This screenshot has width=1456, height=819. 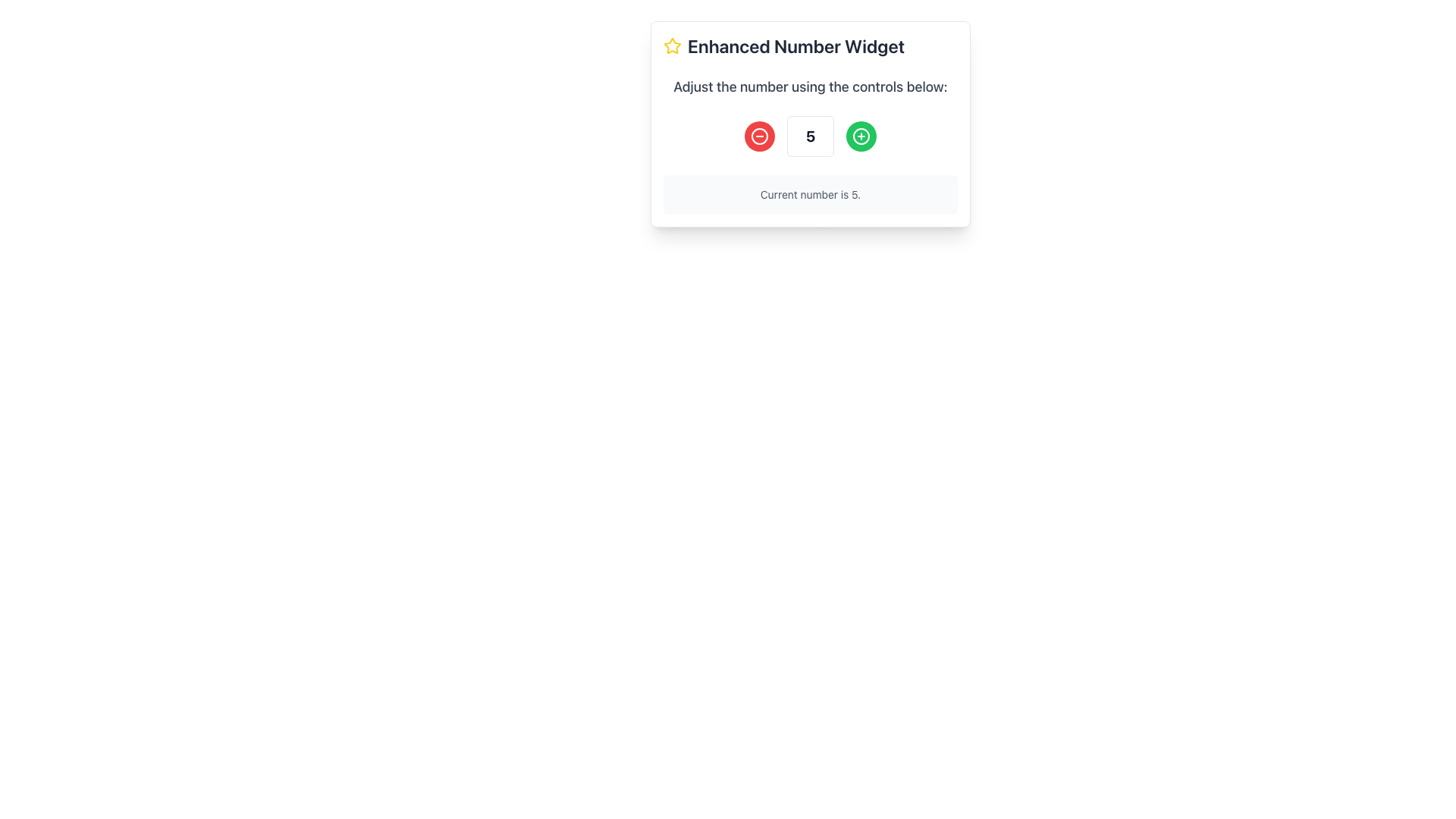 What do you see at coordinates (672, 45) in the screenshot?
I see `the star icon associated with the 'Enhanced Number Widget' heading, which is the first element in a horizontal layout group at the top of the widget interface` at bounding box center [672, 45].